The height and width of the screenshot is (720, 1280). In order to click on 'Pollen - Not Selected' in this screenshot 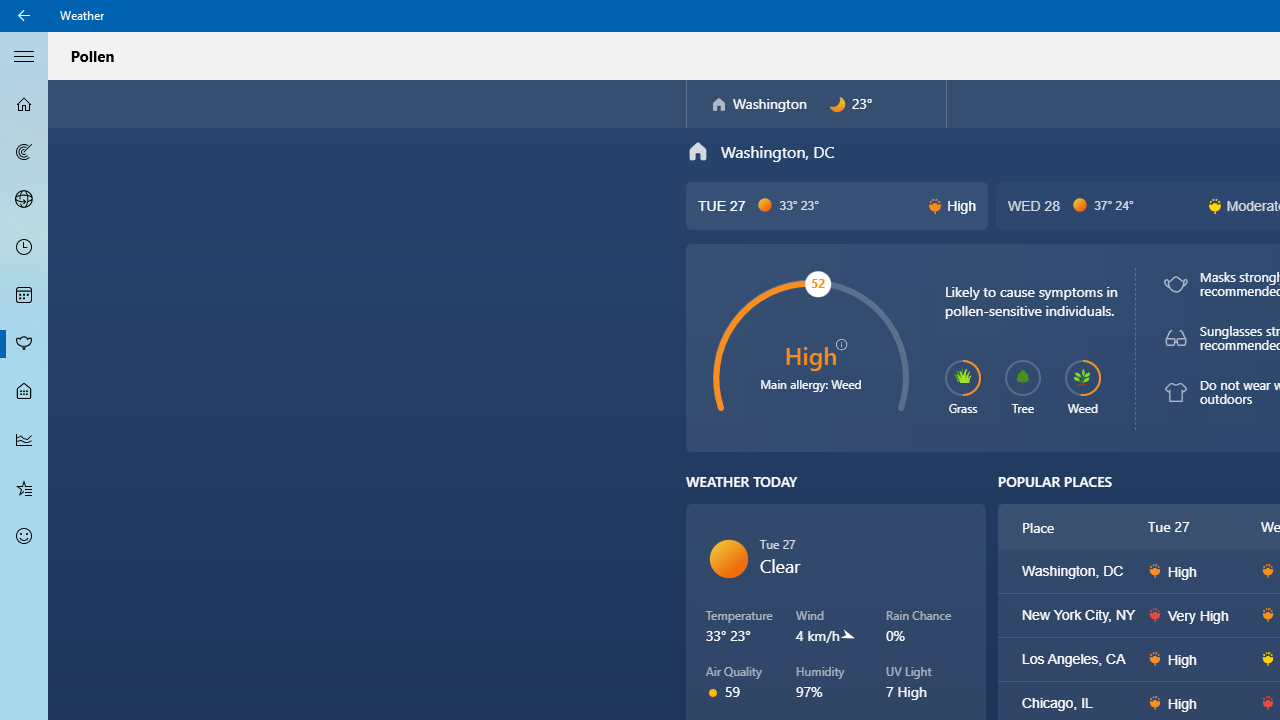, I will do `click(24, 342)`.